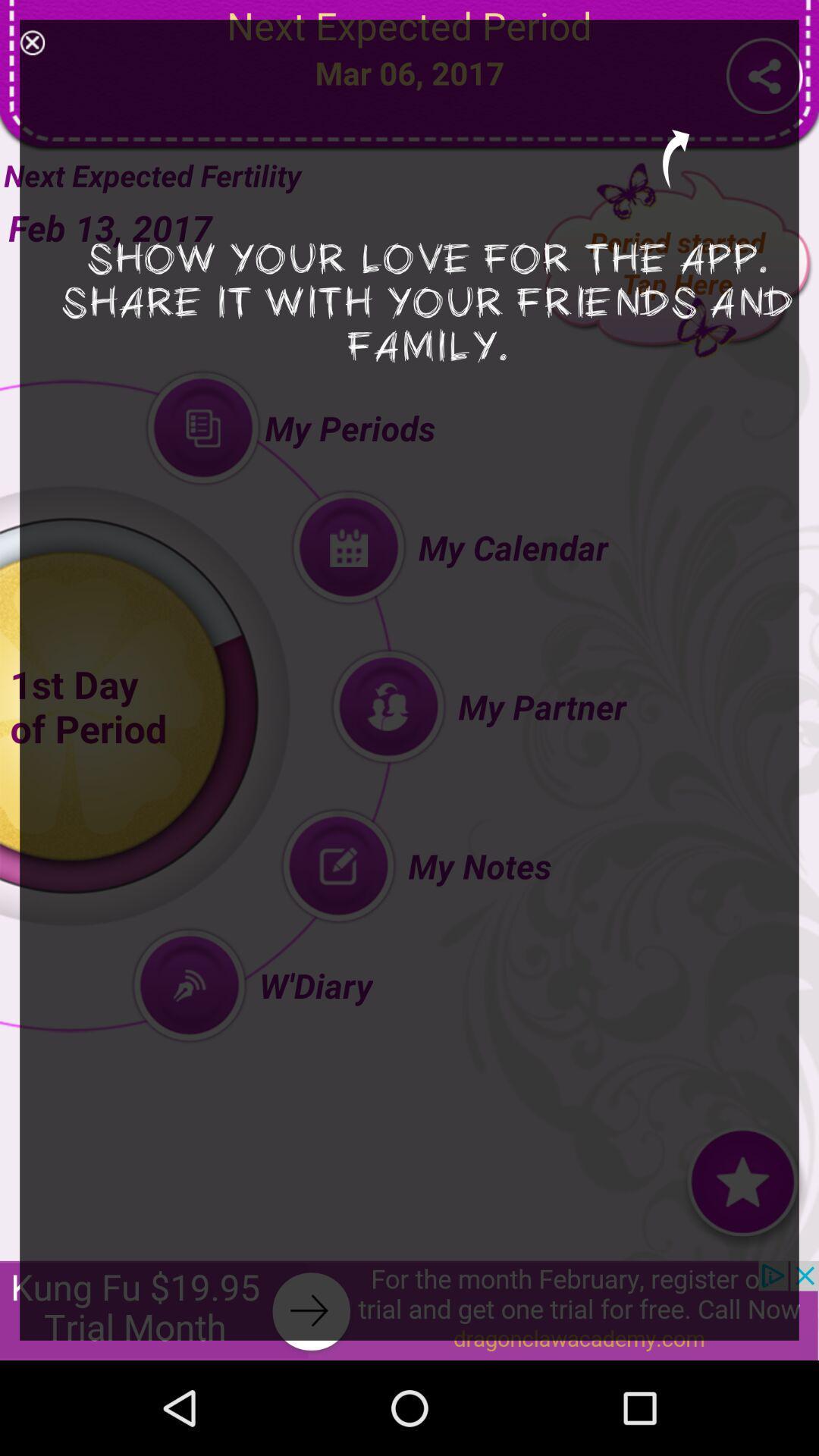  Describe the element at coordinates (32, 42) in the screenshot. I see `item next to the h` at that location.